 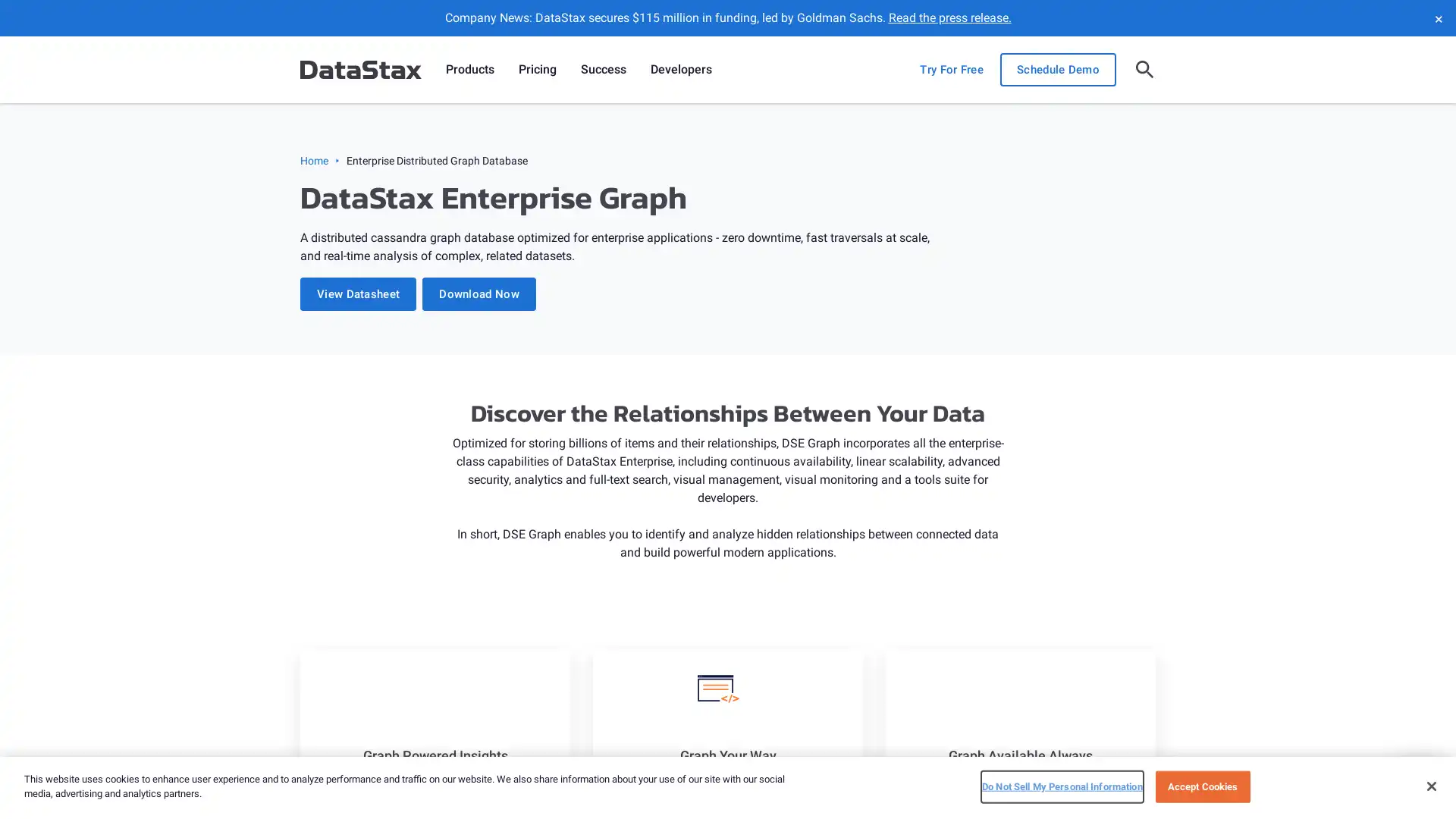 What do you see at coordinates (1437, 17) in the screenshot?
I see `Dismiss` at bounding box center [1437, 17].